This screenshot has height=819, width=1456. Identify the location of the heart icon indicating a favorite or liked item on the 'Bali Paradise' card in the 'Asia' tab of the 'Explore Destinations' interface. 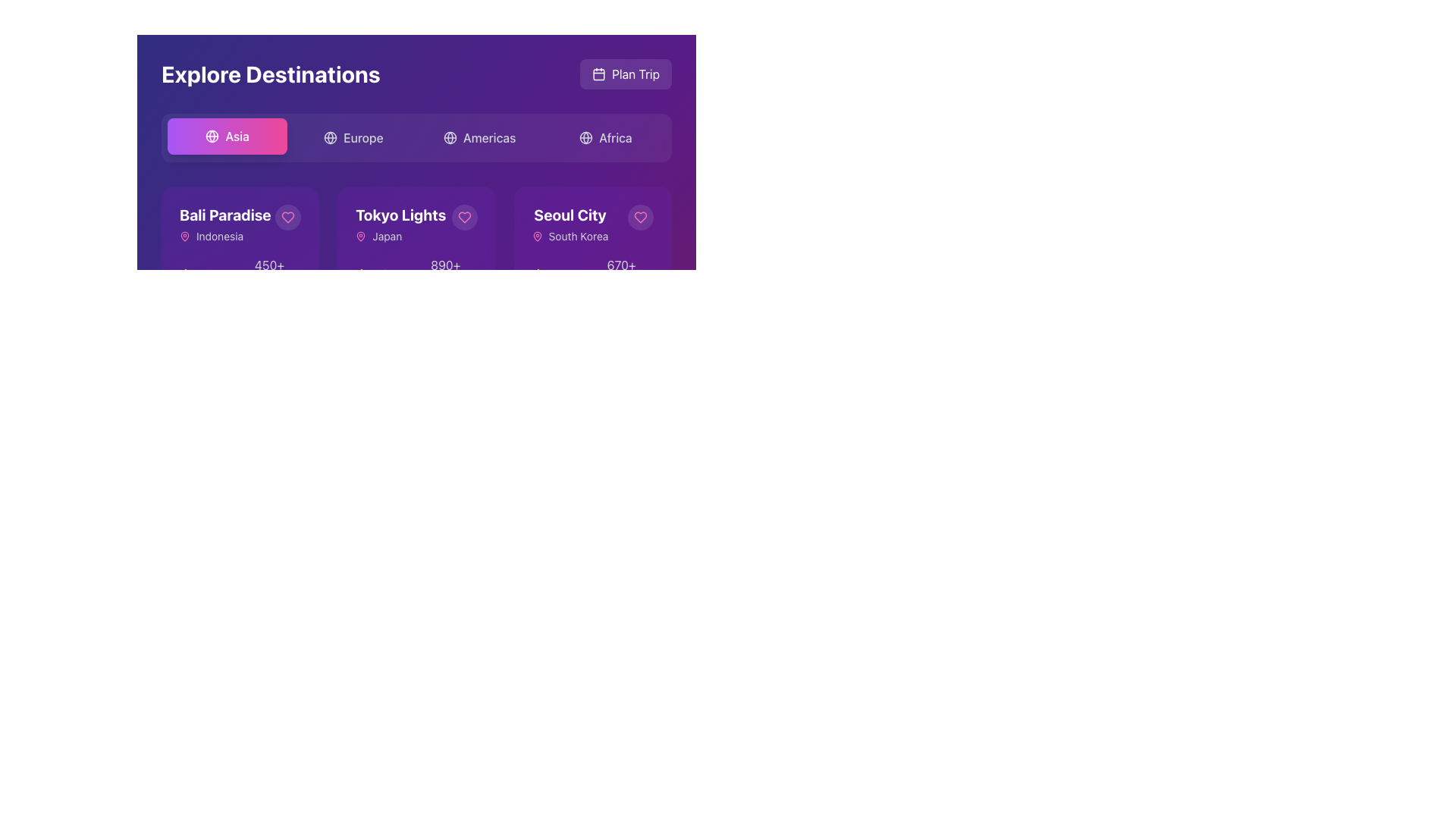
(288, 217).